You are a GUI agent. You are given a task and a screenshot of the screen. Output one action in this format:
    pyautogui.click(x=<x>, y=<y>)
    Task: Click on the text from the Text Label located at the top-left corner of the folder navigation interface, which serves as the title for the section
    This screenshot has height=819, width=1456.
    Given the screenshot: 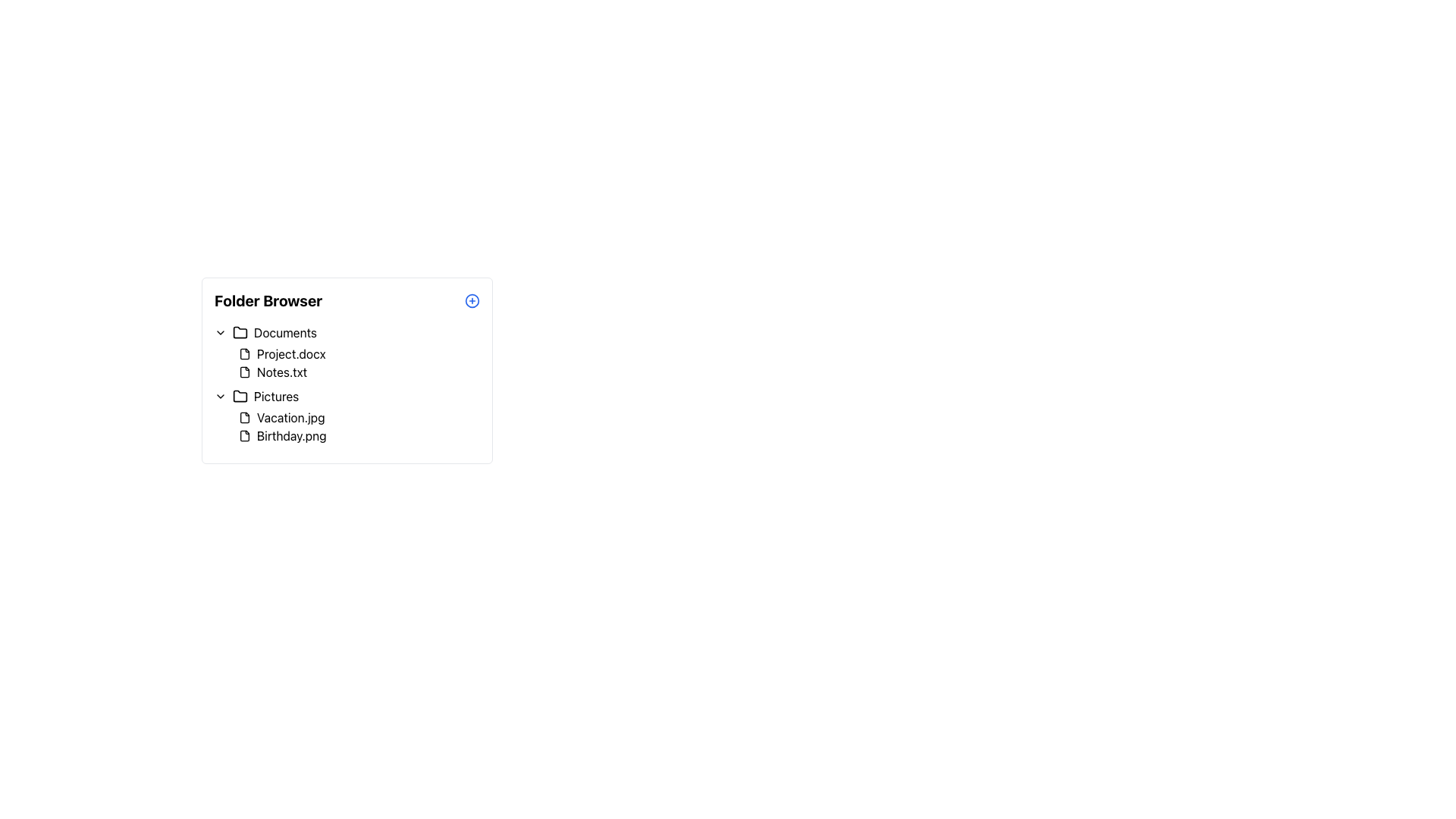 What is the action you would take?
    pyautogui.click(x=268, y=301)
    